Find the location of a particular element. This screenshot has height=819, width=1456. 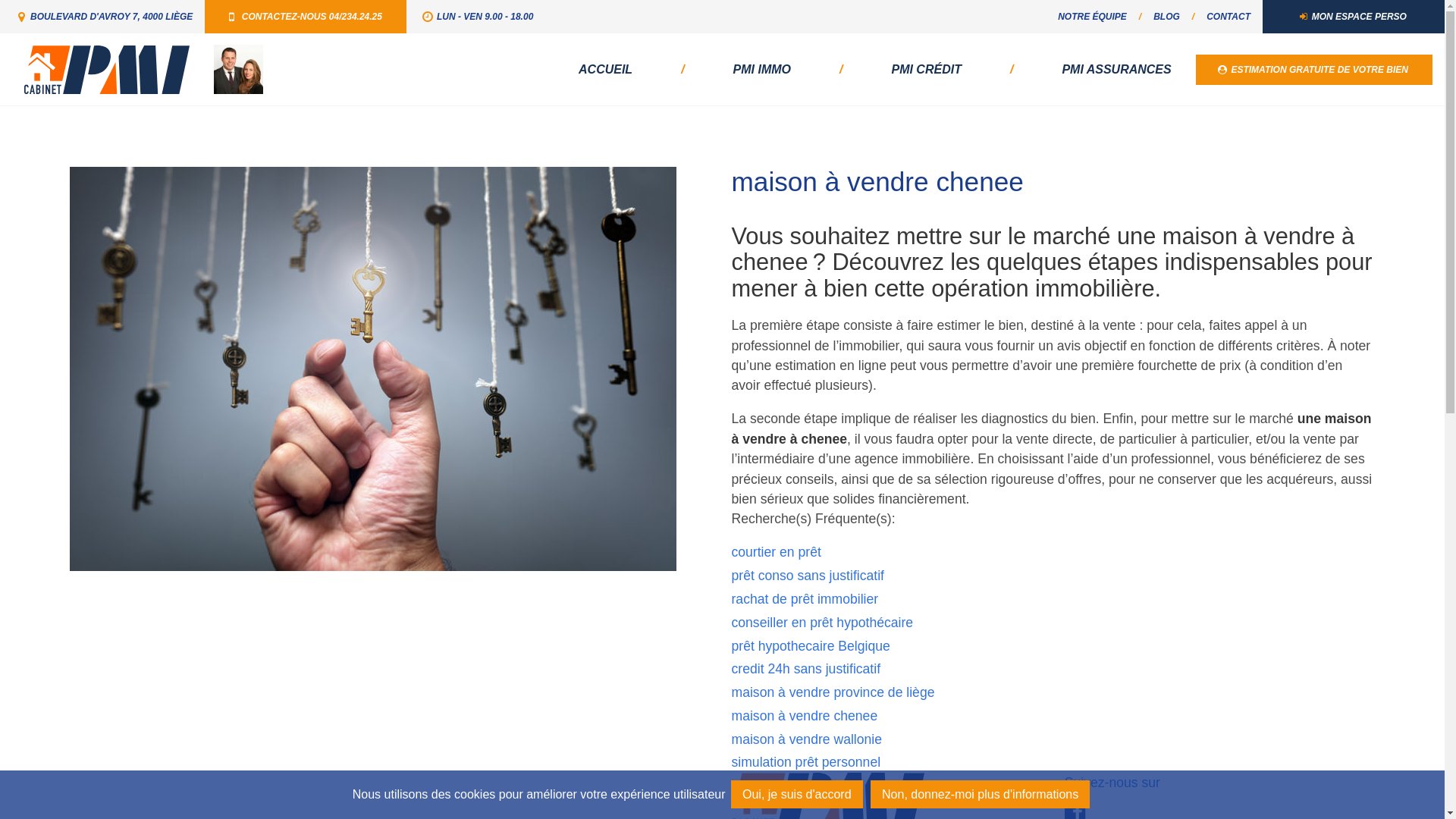

'credit 24h sans justificatif' is located at coordinates (805, 668).